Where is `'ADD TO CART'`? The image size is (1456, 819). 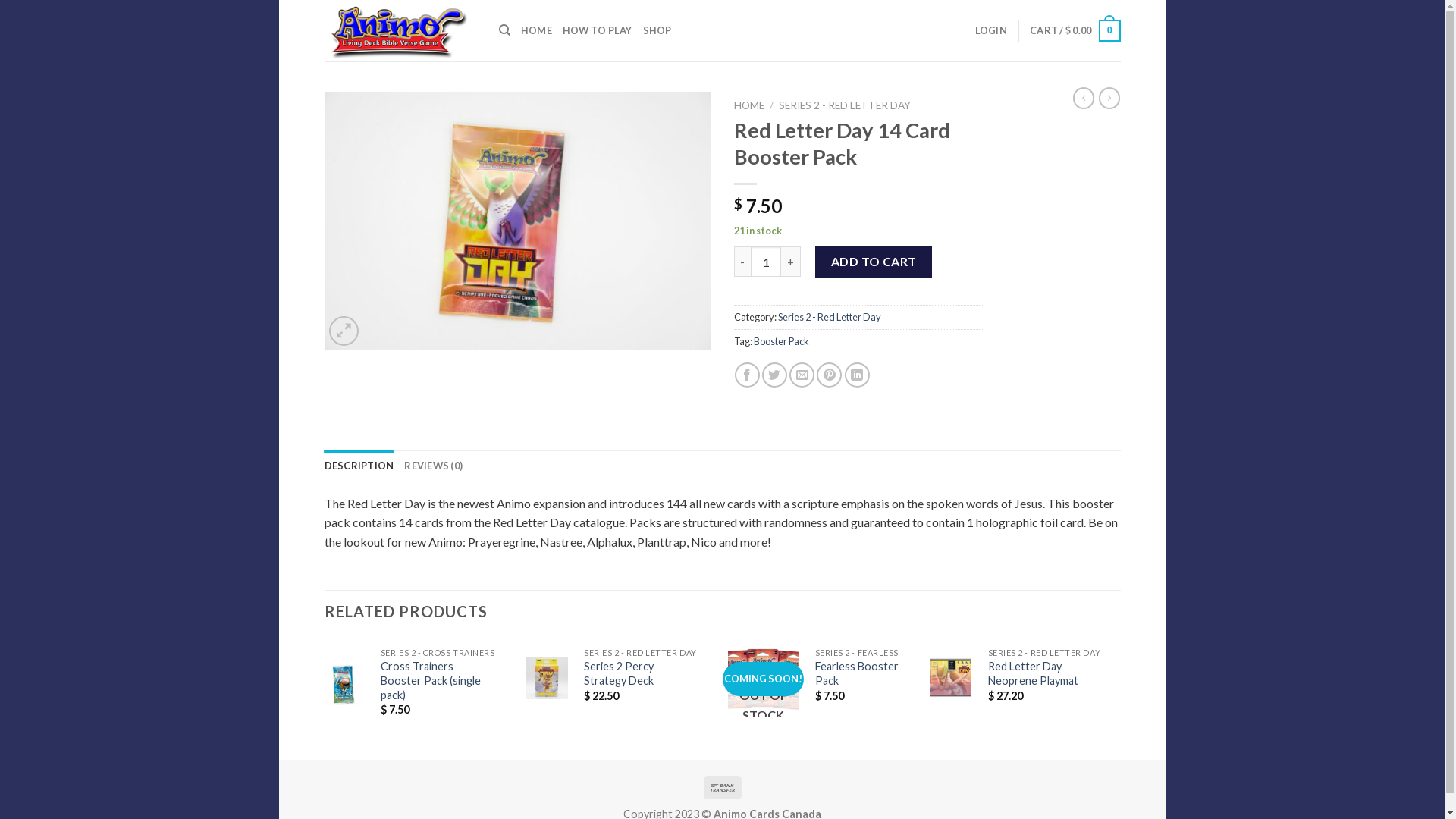
'ADD TO CART' is located at coordinates (874, 260).